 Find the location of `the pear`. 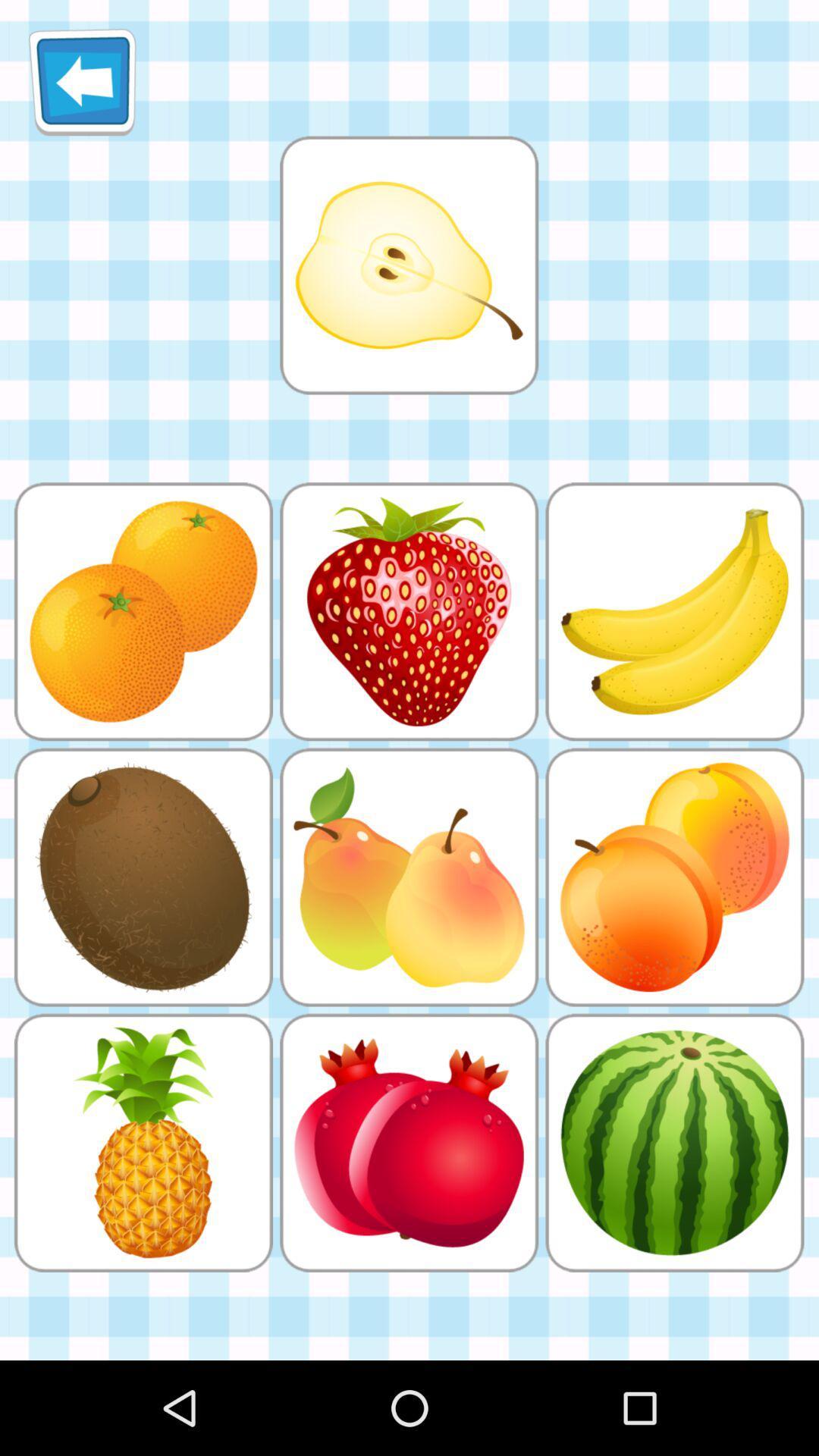

the pear is located at coordinates (408, 265).